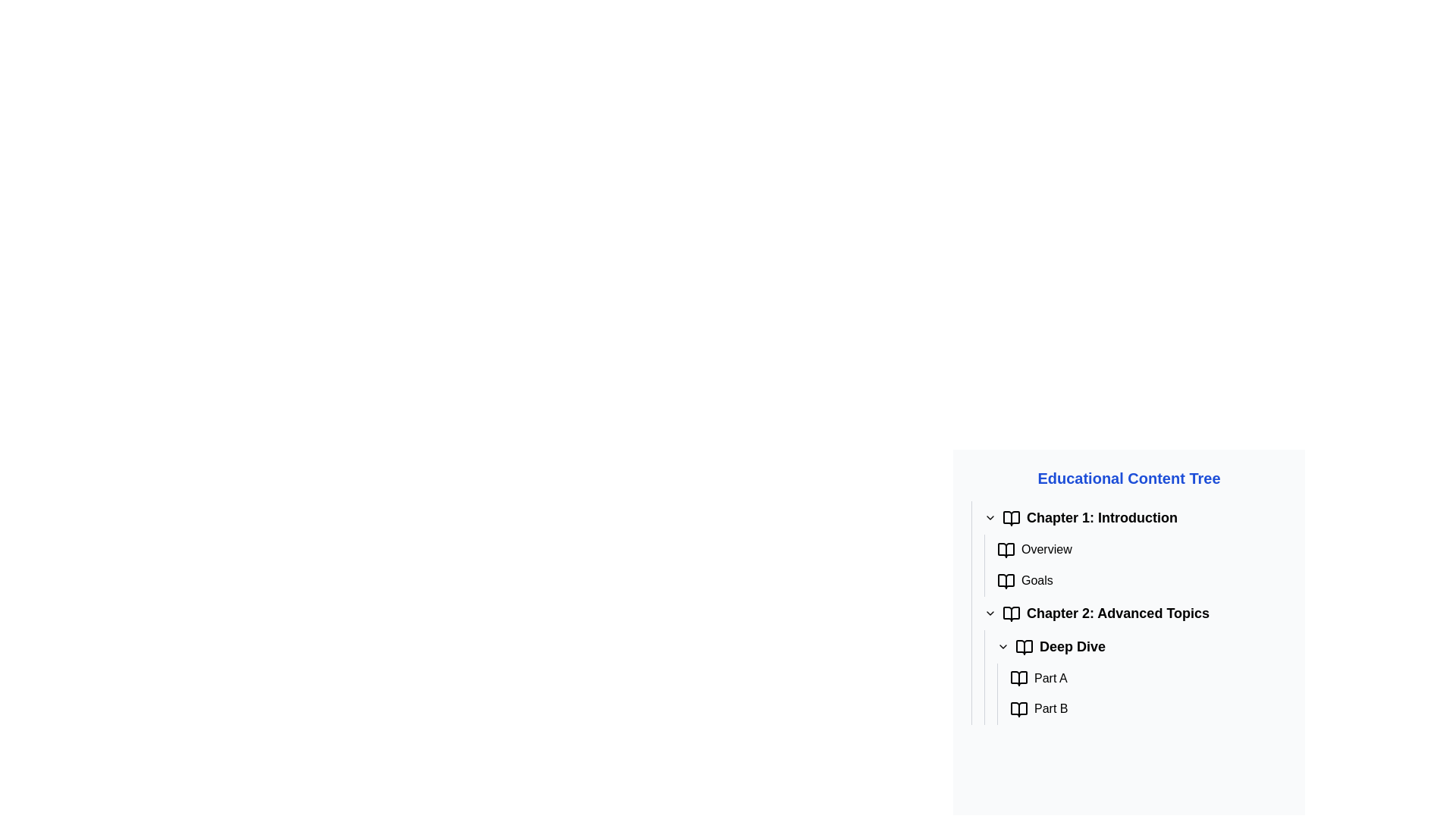  What do you see at coordinates (1135, 676) in the screenshot?
I see `the Collapsible content section under 'Chapter 2: Advanced Topics'` at bounding box center [1135, 676].